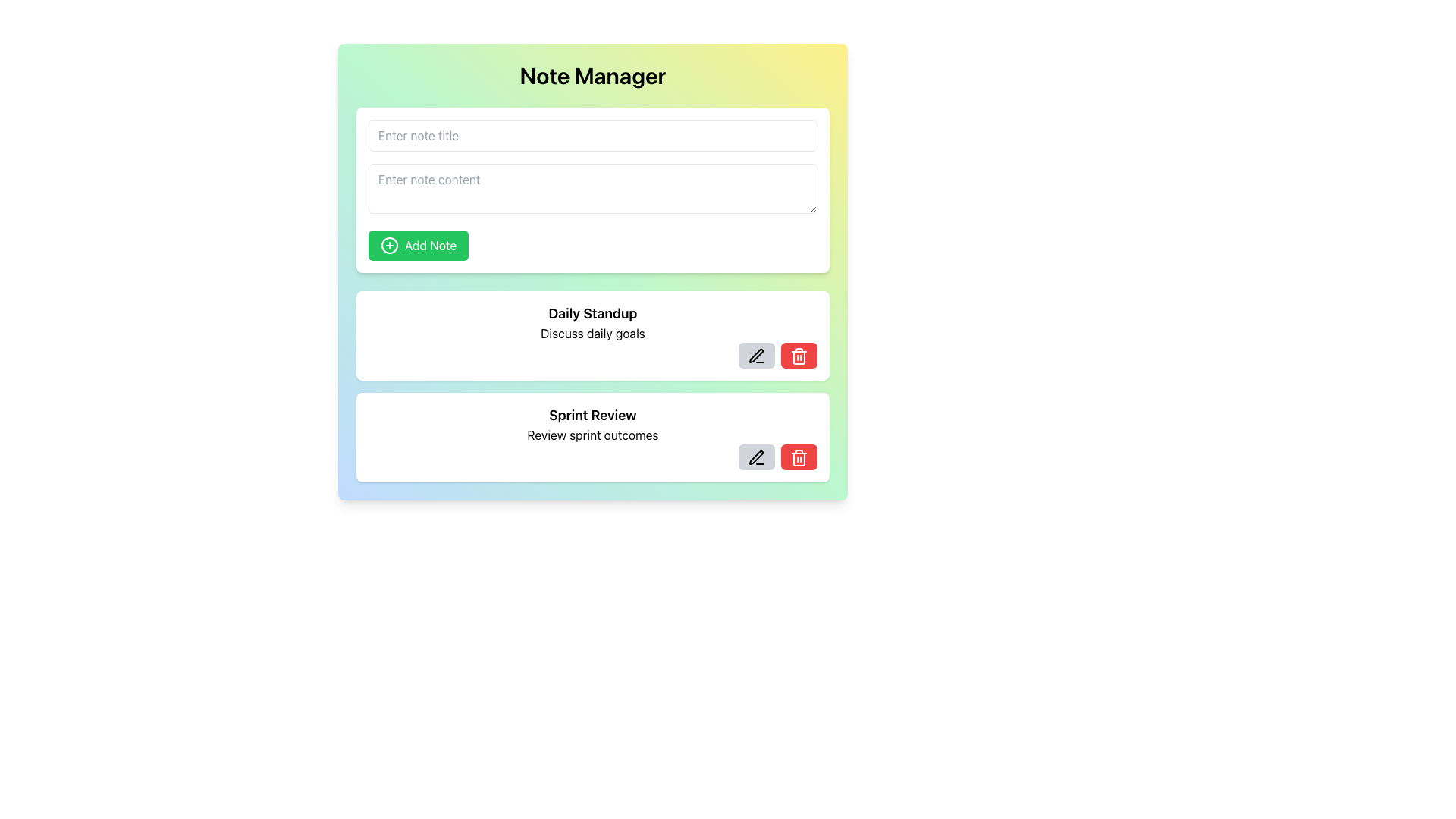 The height and width of the screenshot is (819, 1456). I want to click on the interactive note block titled 'Daily Standup', so click(592, 334).